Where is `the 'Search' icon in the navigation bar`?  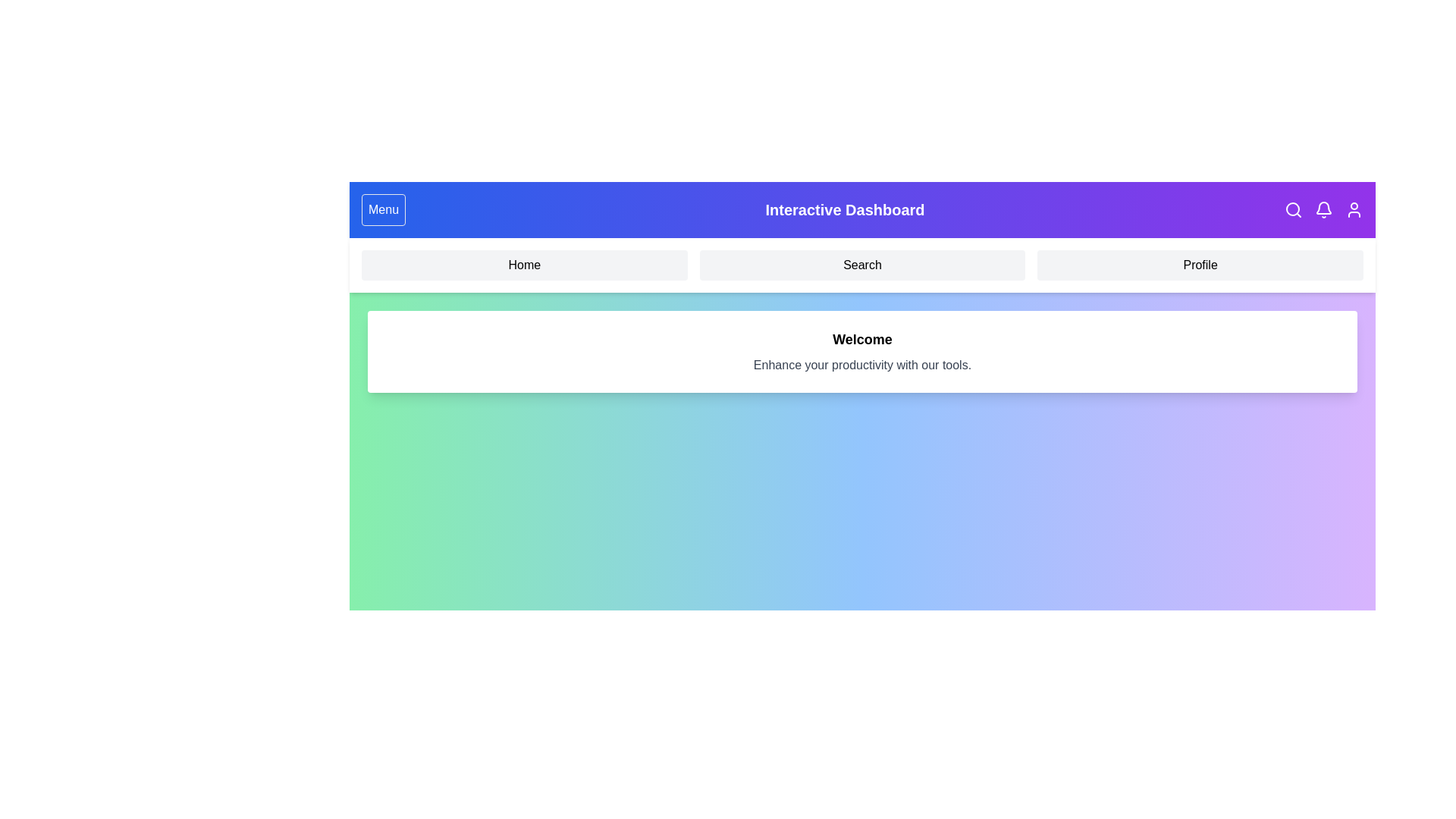 the 'Search' icon in the navigation bar is located at coordinates (1292, 210).